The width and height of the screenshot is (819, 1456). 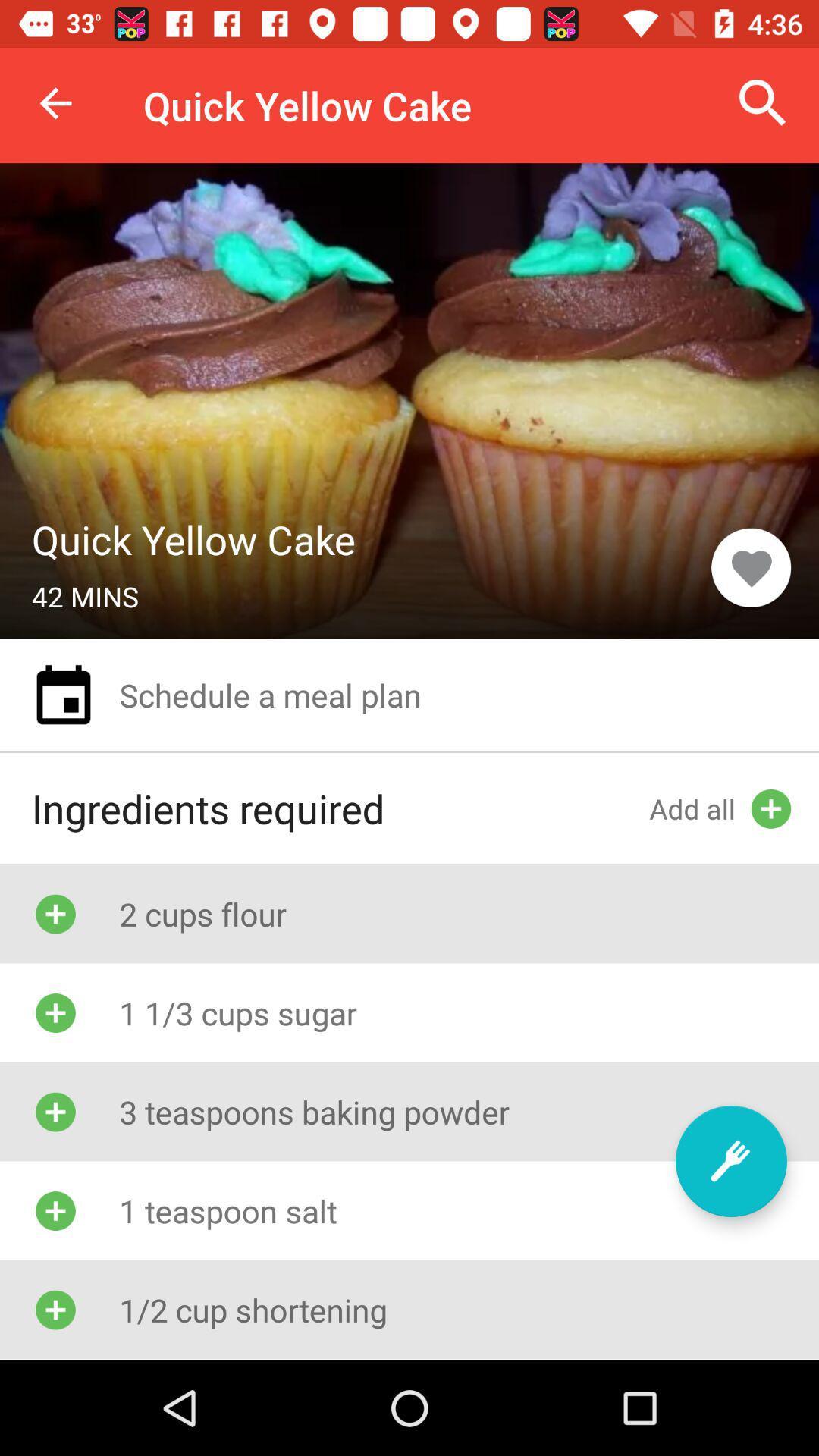 I want to click on icon before 12 cup shortening text, so click(x=55, y=1309).